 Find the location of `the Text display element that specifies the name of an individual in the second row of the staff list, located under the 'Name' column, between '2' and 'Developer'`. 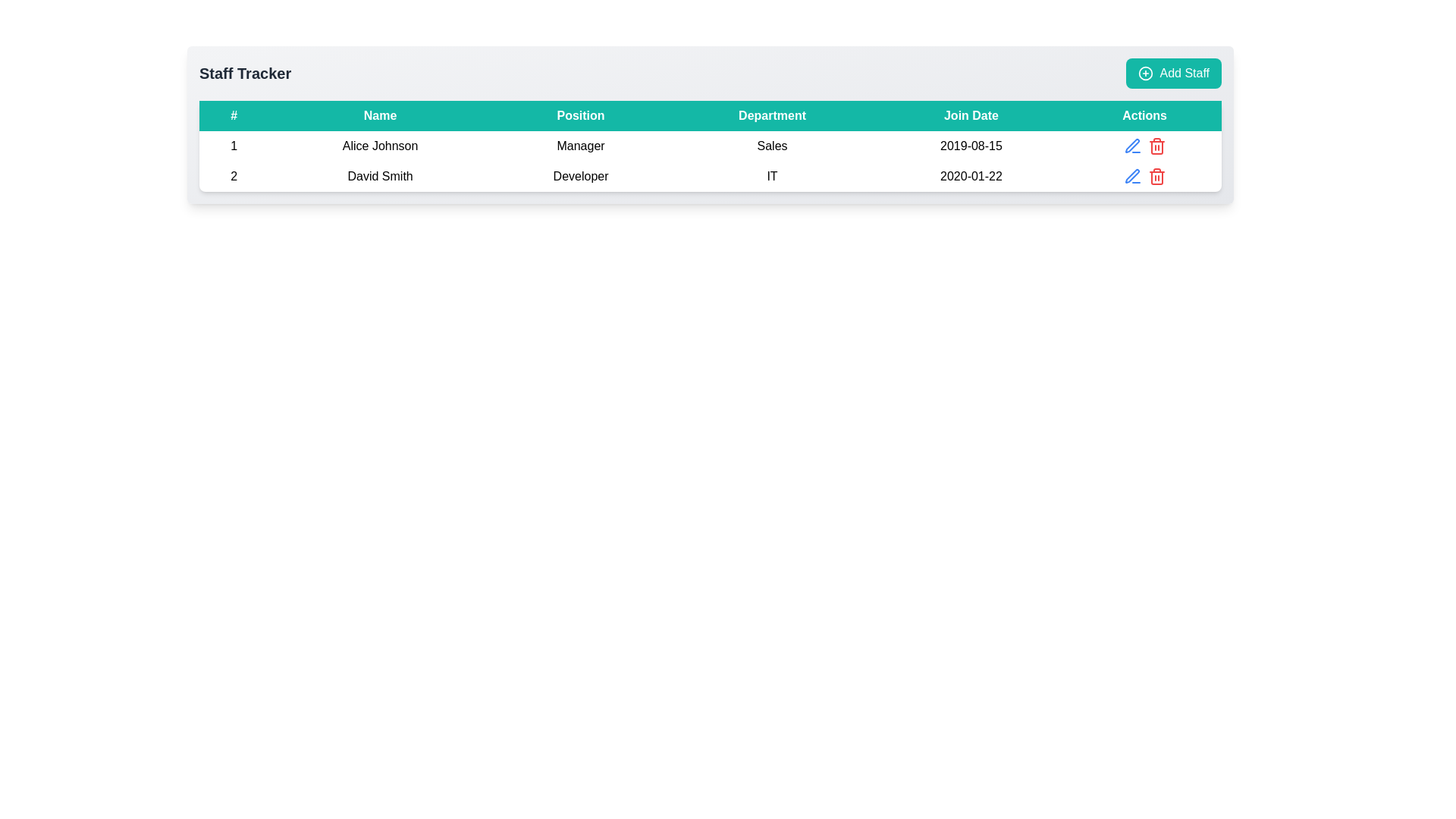

the Text display element that specifies the name of an individual in the second row of the staff list, located under the 'Name' column, between '2' and 'Developer' is located at coordinates (380, 175).